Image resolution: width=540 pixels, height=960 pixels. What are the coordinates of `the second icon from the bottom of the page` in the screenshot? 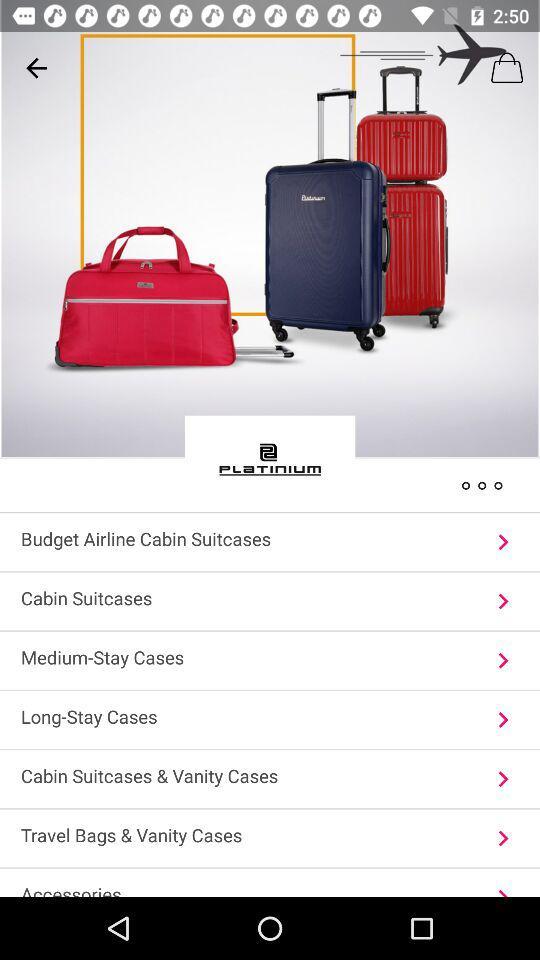 It's located at (502, 838).